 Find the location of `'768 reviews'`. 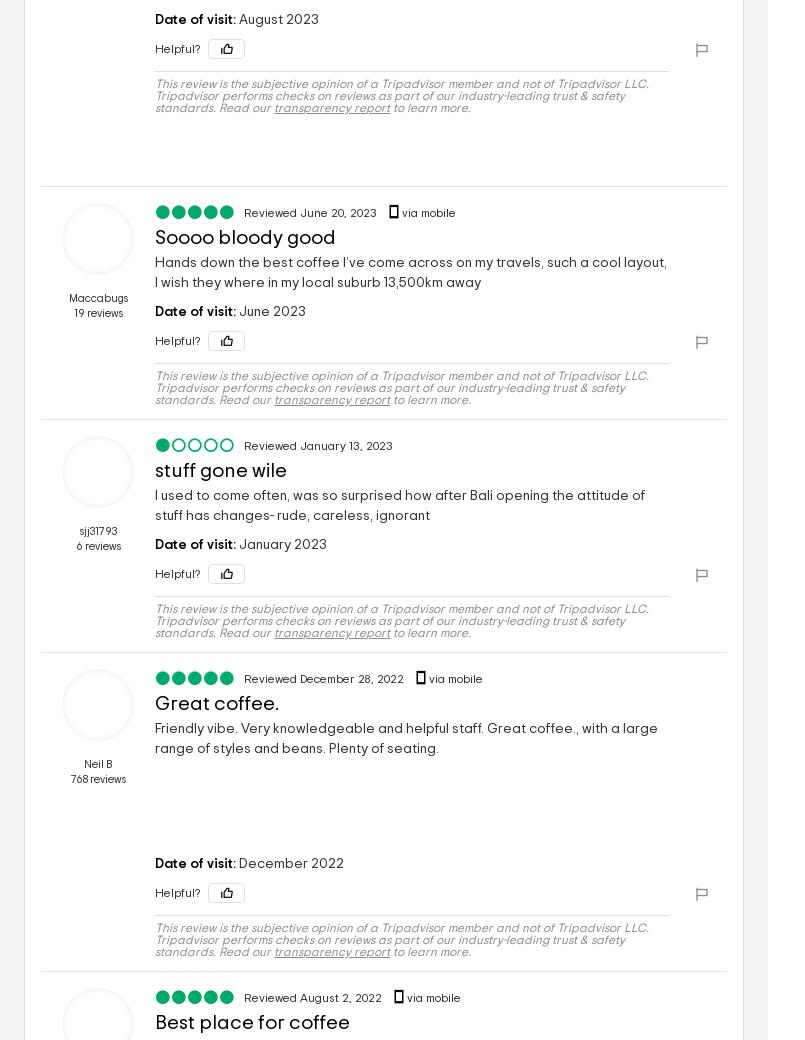

'768 reviews' is located at coordinates (96, 779).